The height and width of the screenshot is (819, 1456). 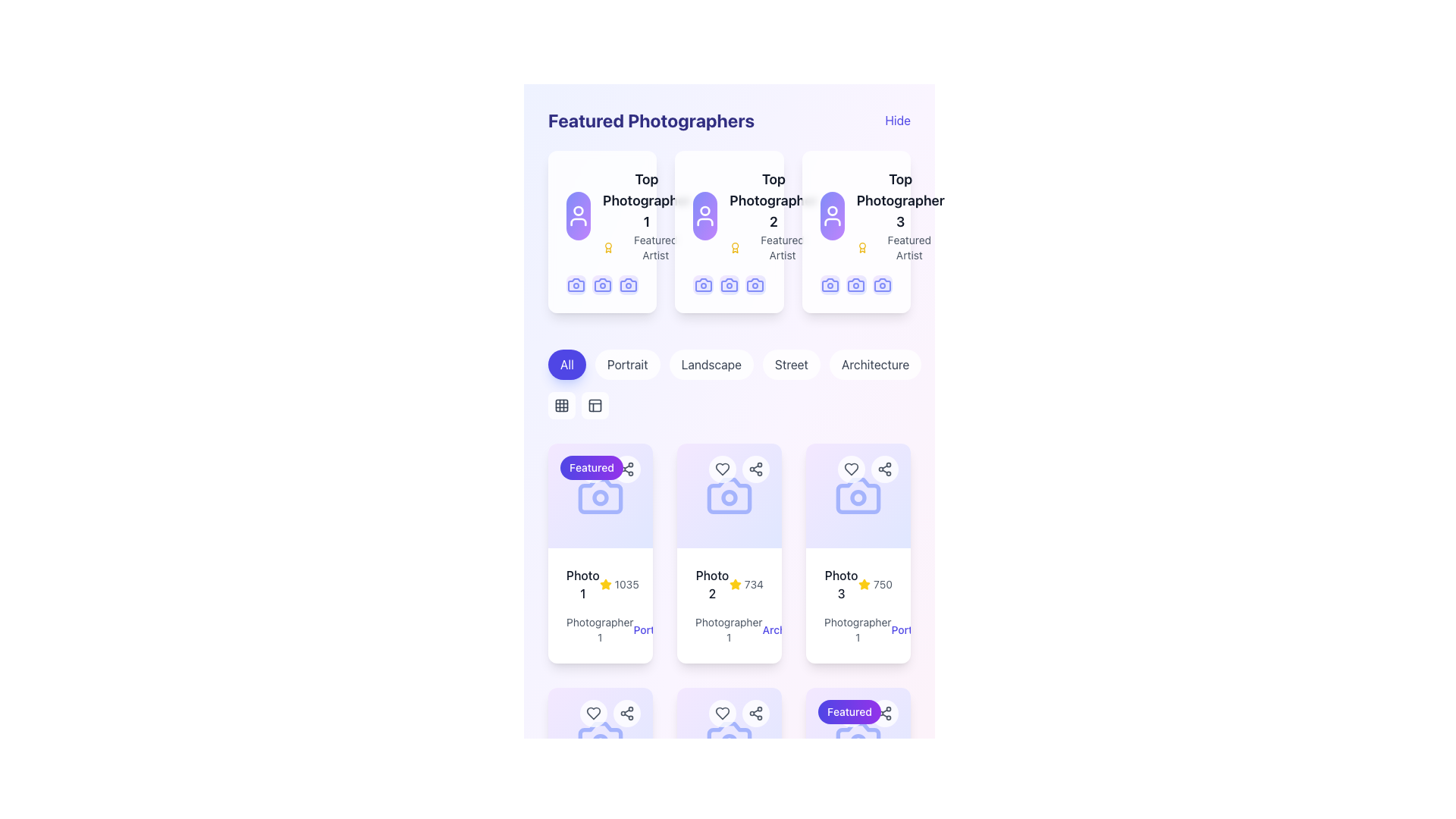 I want to click on the heart-shaped icon button located, so click(x=592, y=714).